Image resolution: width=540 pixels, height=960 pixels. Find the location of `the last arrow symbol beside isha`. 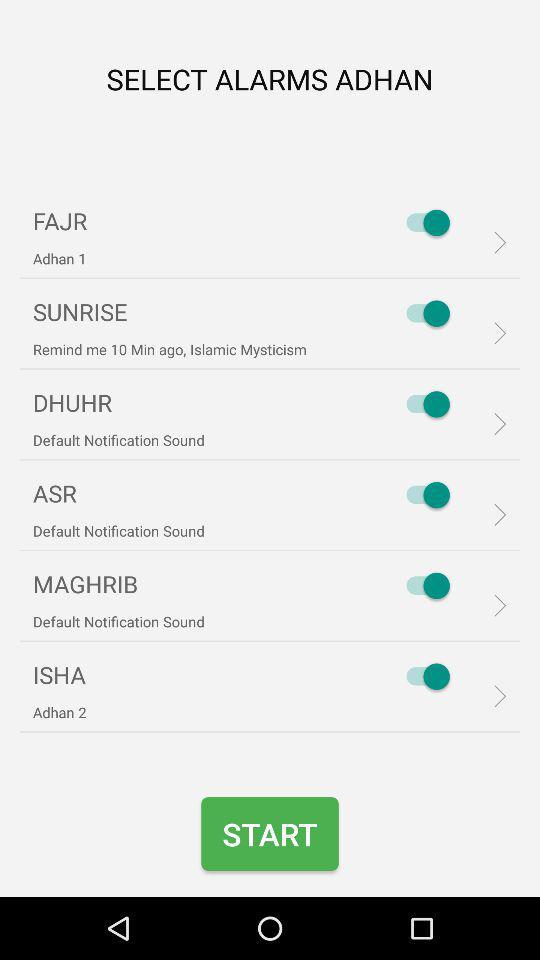

the last arrow symbol beside isha is located at coordinates (492, 696).